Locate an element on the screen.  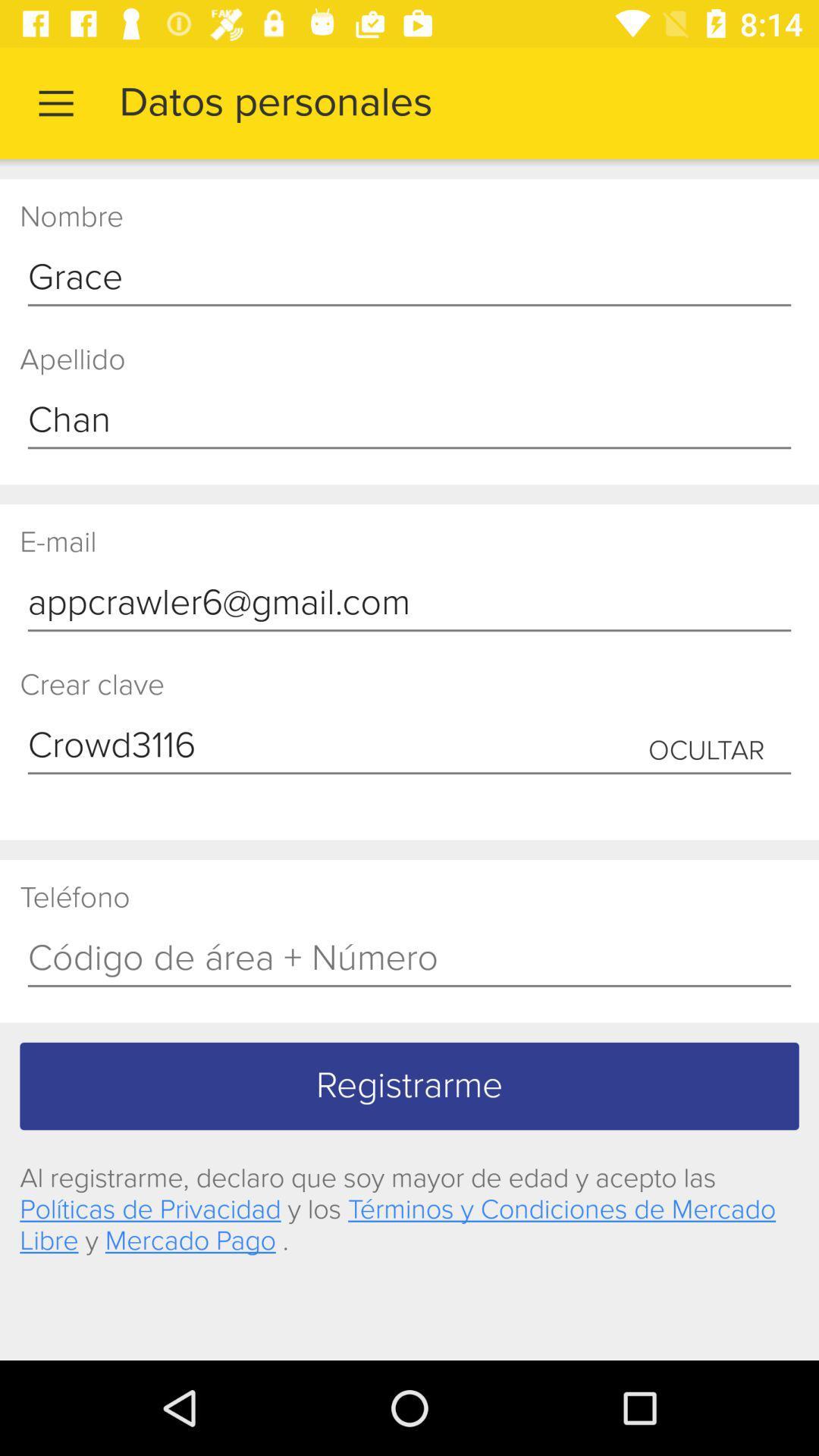
the crowd3116 item is located at coordinates (409, 746).